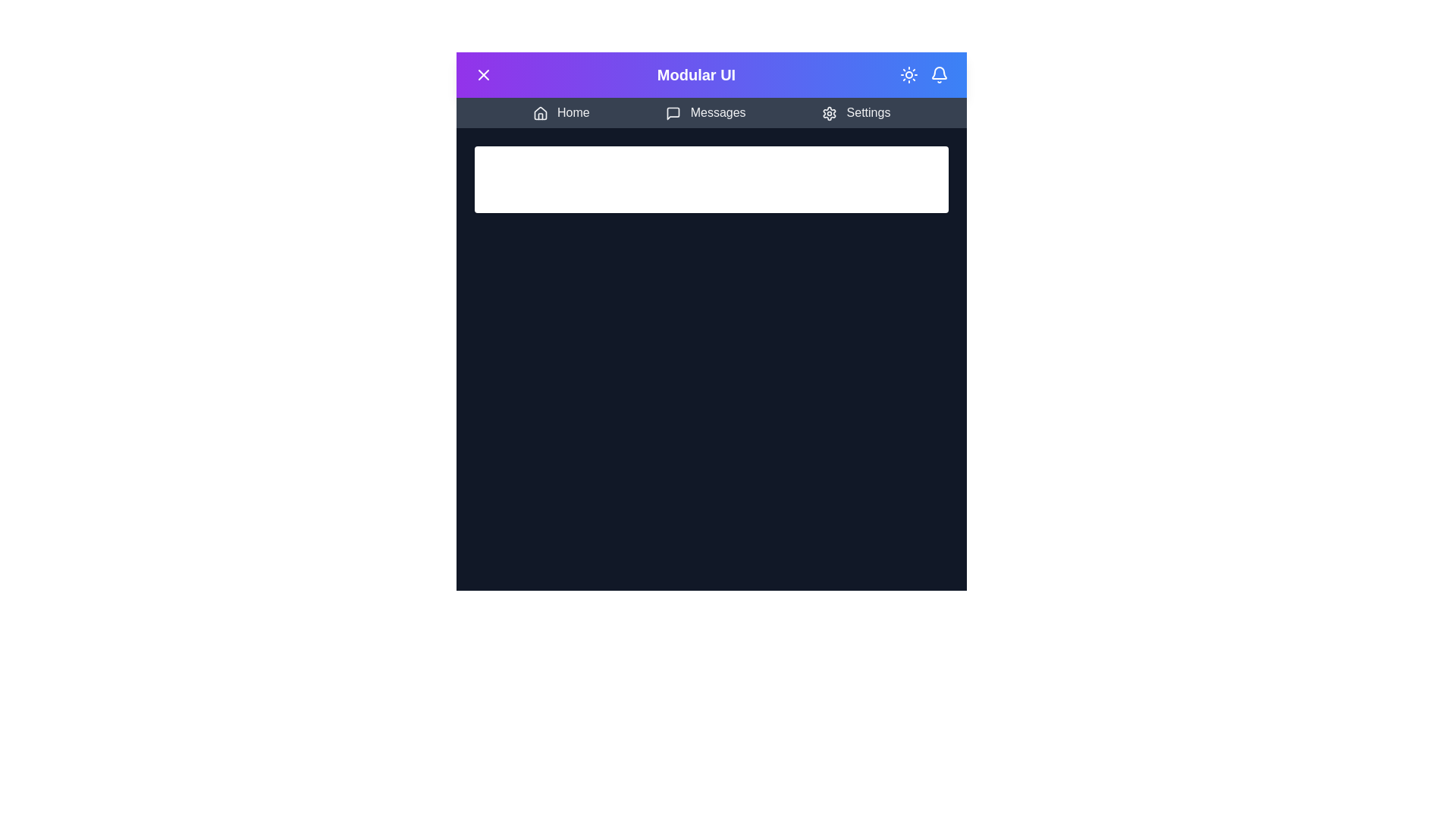 Image resolution: width=1456 pixels, height=819 pixels. What do you see at coordinates (483, 75) in the screenshot?
I see `menu button to toggle the menu open or closed` at bounding box center [483, 75].